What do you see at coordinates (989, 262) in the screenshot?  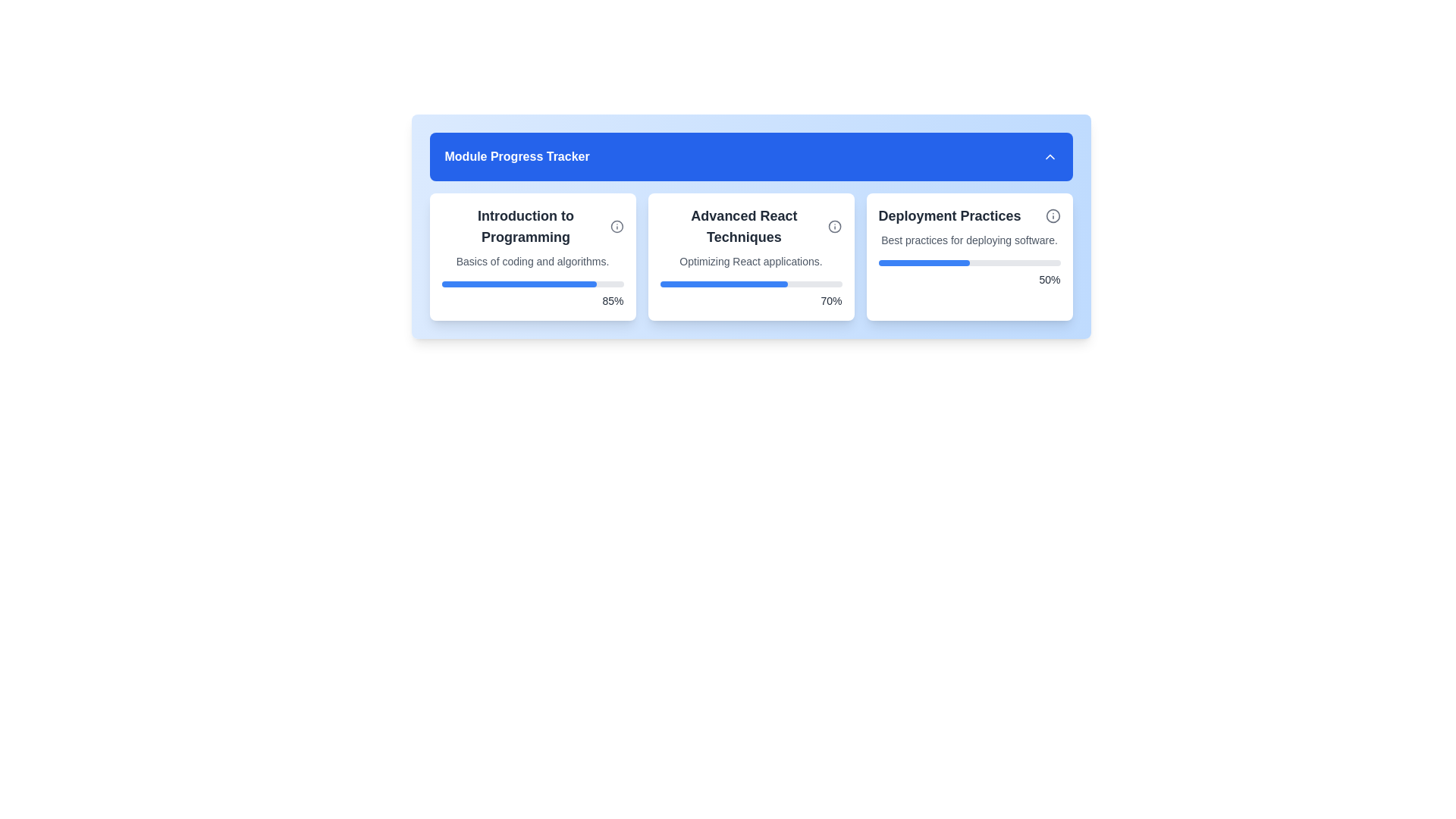 I see `the progress level` at bounding box center [989, 262].